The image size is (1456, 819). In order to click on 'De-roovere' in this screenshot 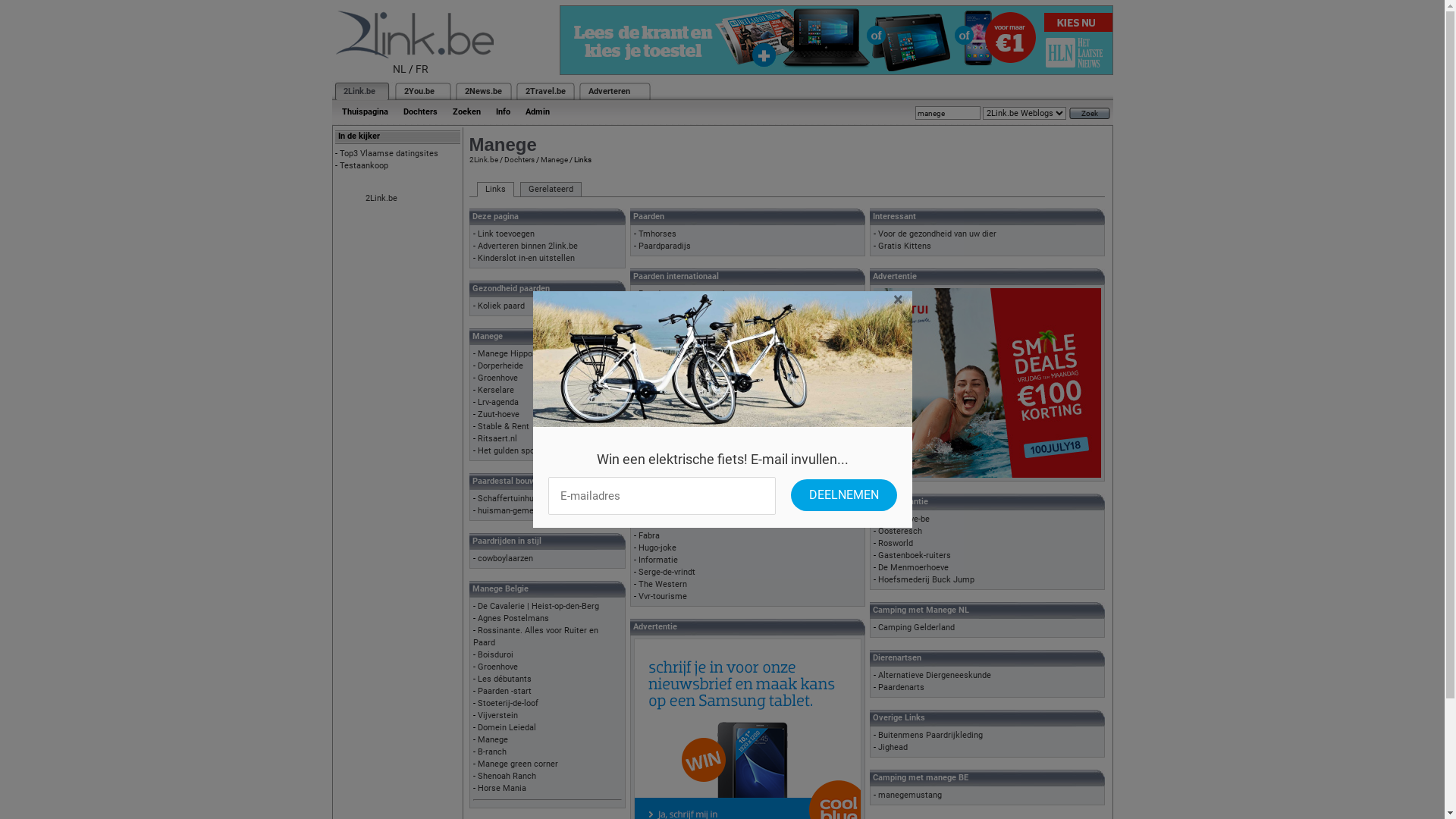, I will do `click(658, 317)`.